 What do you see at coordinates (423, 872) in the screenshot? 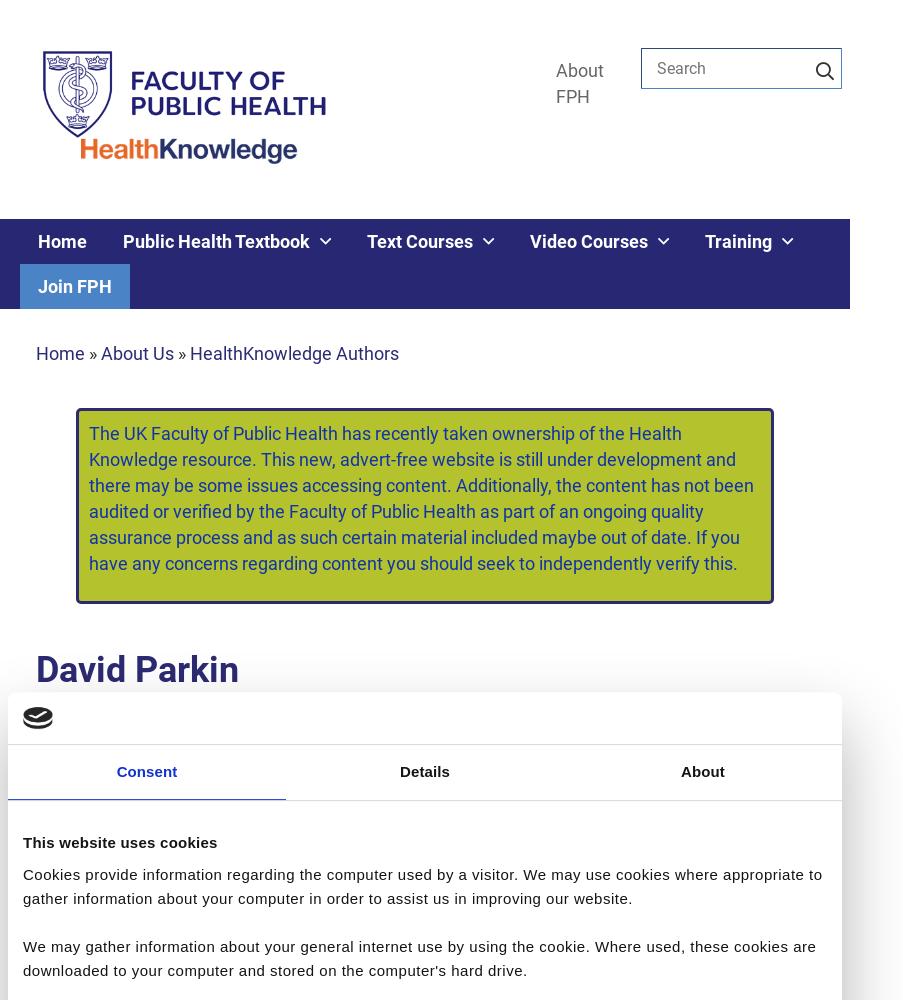
I see `'Professor David Parkin is Visiting Professor at City, University of London and Senior Visiting Fellow at the Office of Health Economics, London.  His most recent employment was as Professor of Health Economics in the Division of Health and Social Care Research at King’s College London, and was previously Chief Economist at a Strategic Health Authority within the UK’s National Health Service.  Before joining the NHS, David was a professor in the Economics Department at City University London. Earlier posts included 15 years in the academic Public Health department at Newcastle University and health economics research posts in Aberdeen and Manchester.  He has been an Honorary Member of the Faculty of Public Health since 1998.'` at bounding box center [423, 872].